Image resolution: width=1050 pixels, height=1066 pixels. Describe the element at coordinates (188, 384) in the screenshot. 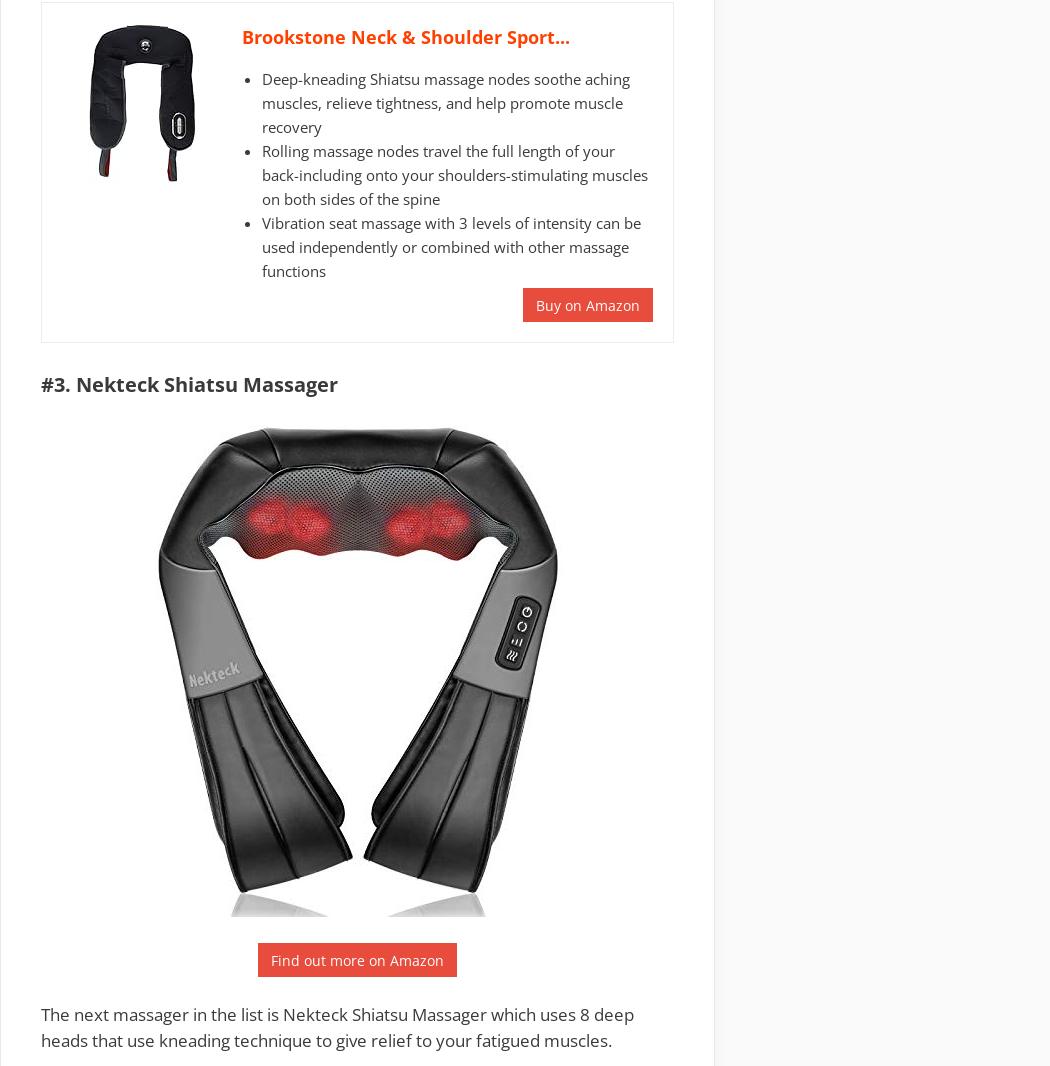

I see `'#3. Nekteck Shiatsu Massager'` at that location.